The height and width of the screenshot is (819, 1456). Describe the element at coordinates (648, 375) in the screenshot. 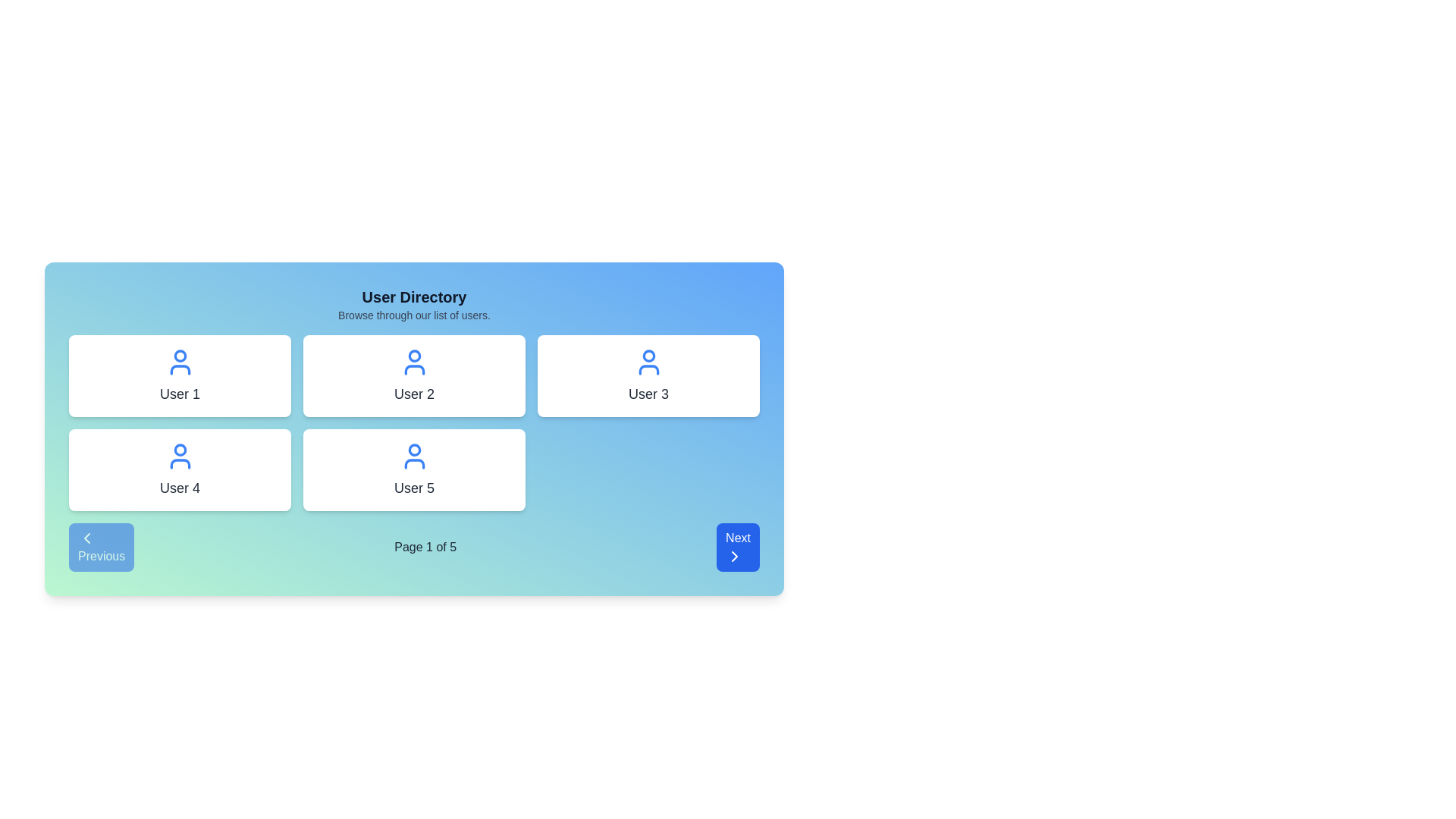

I see `on the user card labeled 'User 3' which features a blue user icon and is the third card in the grid layout` at that location.